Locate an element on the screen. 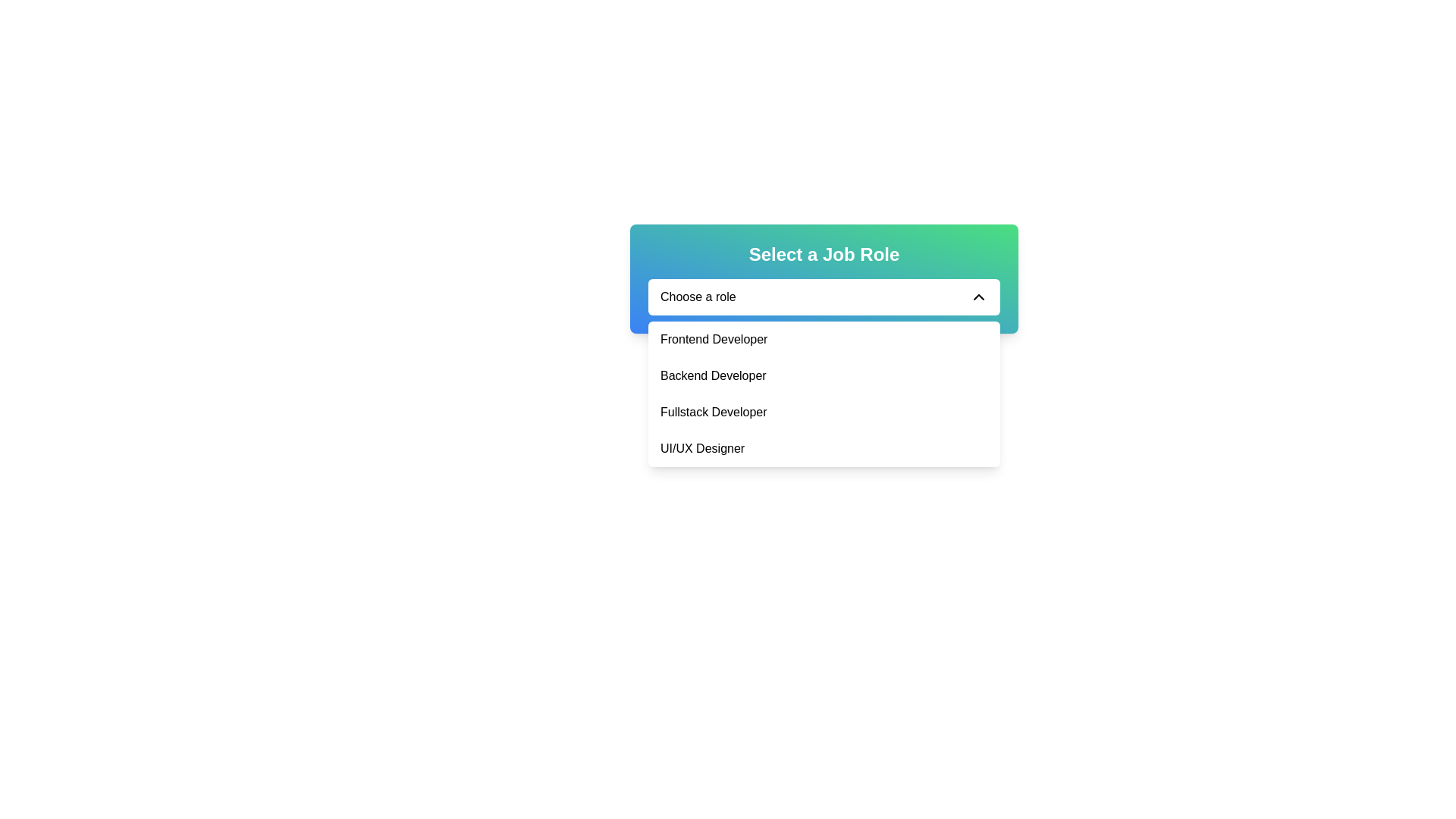  the 'Frontend Developer' option in the dropdown menu is located at coordinates (823, 338).